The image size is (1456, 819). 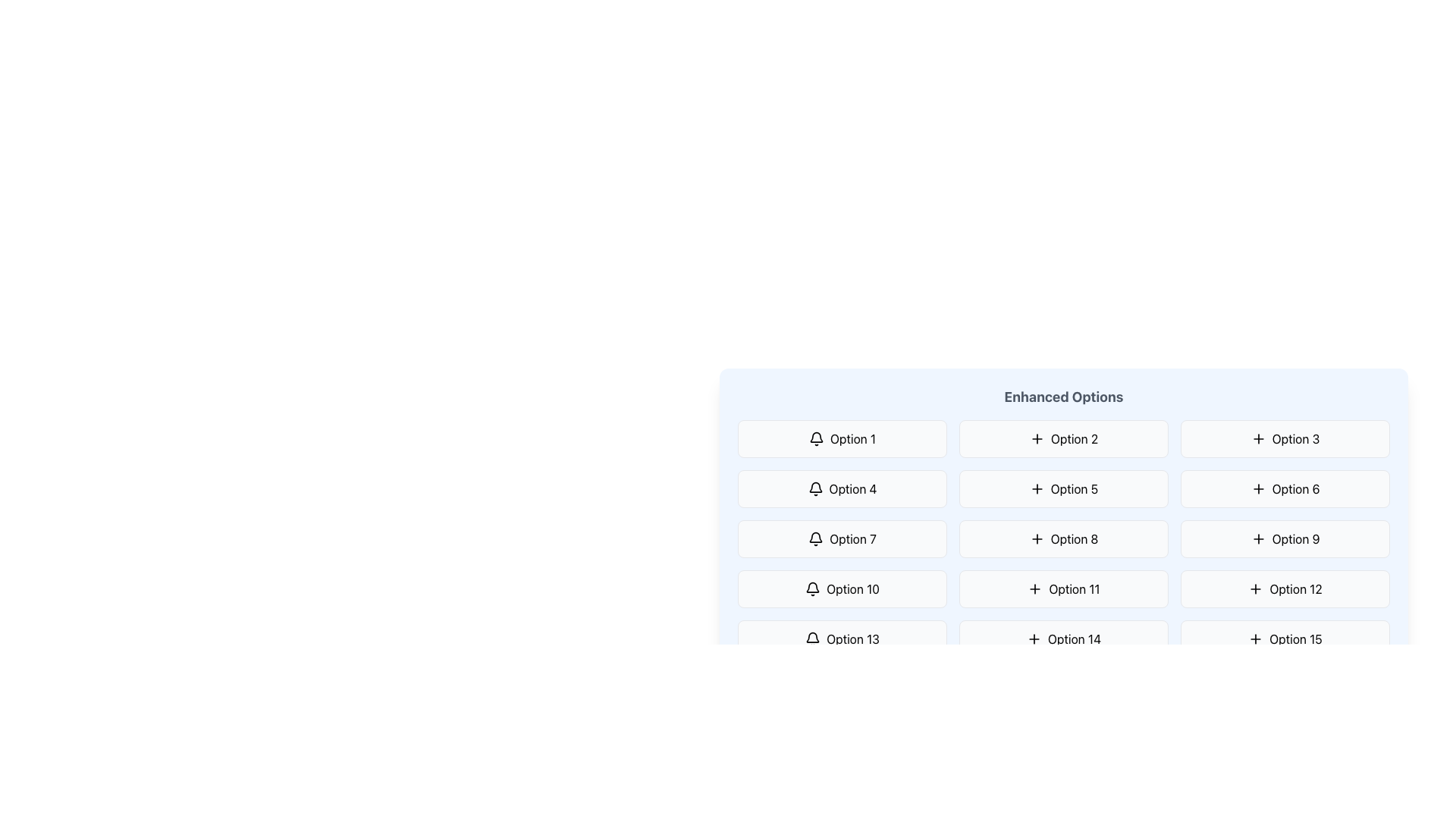 What do you see at coordinates (1062, 497) in the screenshot?
I see `the 'Option 5' button in the middle column of the second row under 'Enhanced Options'` at bounding box center [1062, 497].